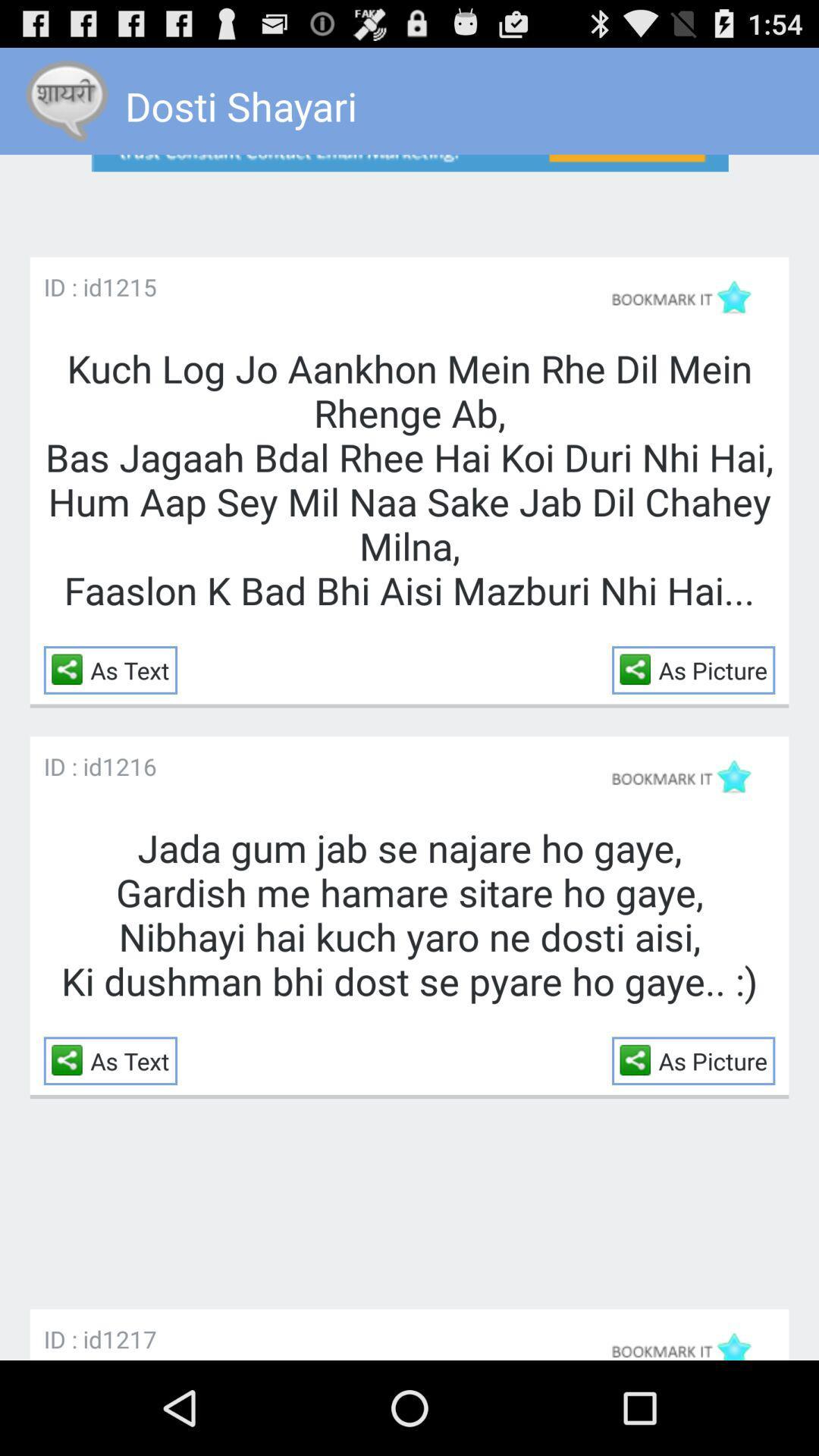 The image size is (819, 1456). Describe the element at coordinates (128, 766) in the screenshot. I see `the item below the as text icon` at that location.